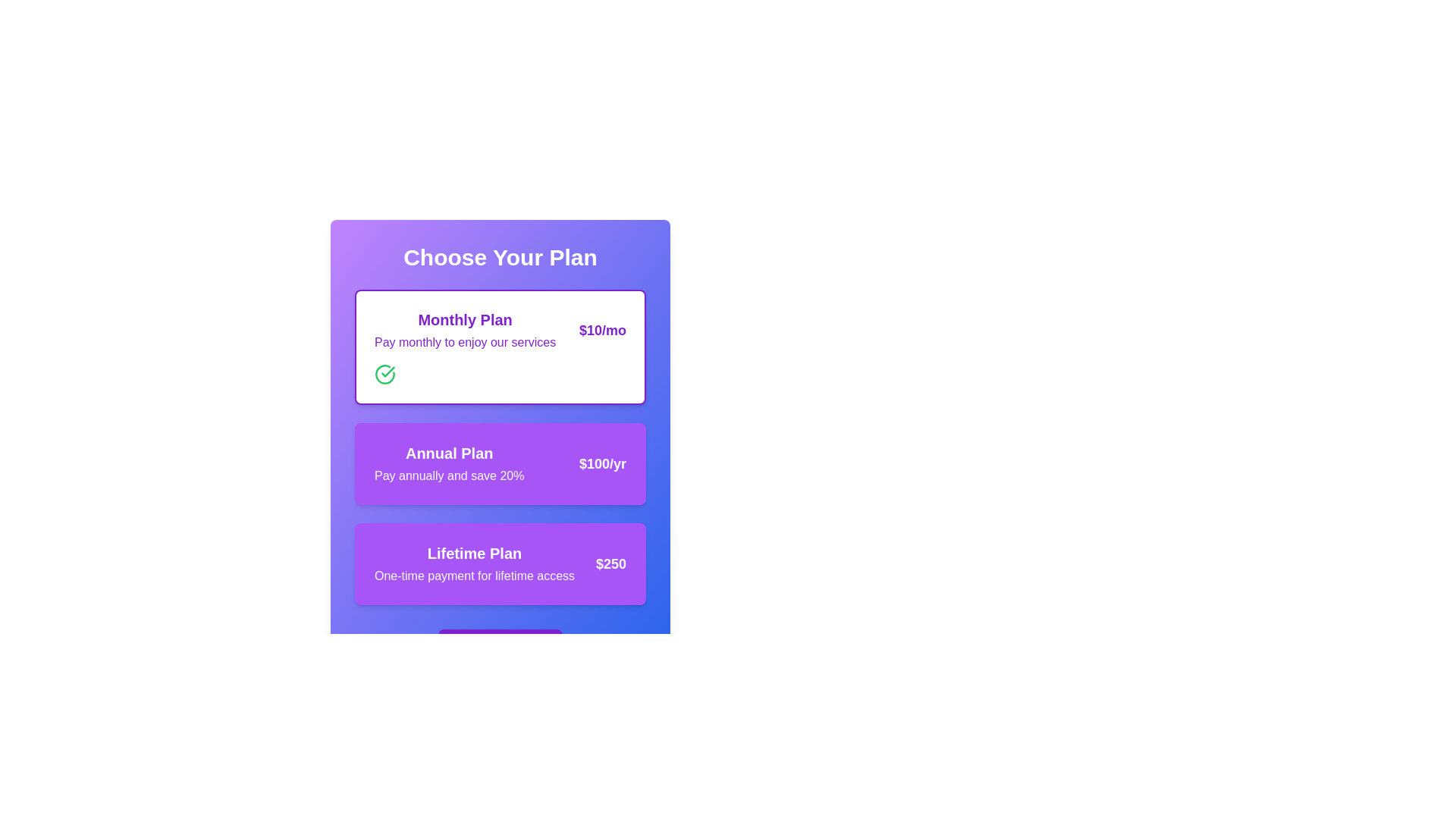 The height and width of the screenshot is (819, 1456). What do you see at coordinates (611, 564) in the screenshot?
I see `the text label displaying '$250' which is located at the bottom-right corner of the 'Lifetime Plan' section and styled with a larger, bold typeface` at bounding box center [611, 564].